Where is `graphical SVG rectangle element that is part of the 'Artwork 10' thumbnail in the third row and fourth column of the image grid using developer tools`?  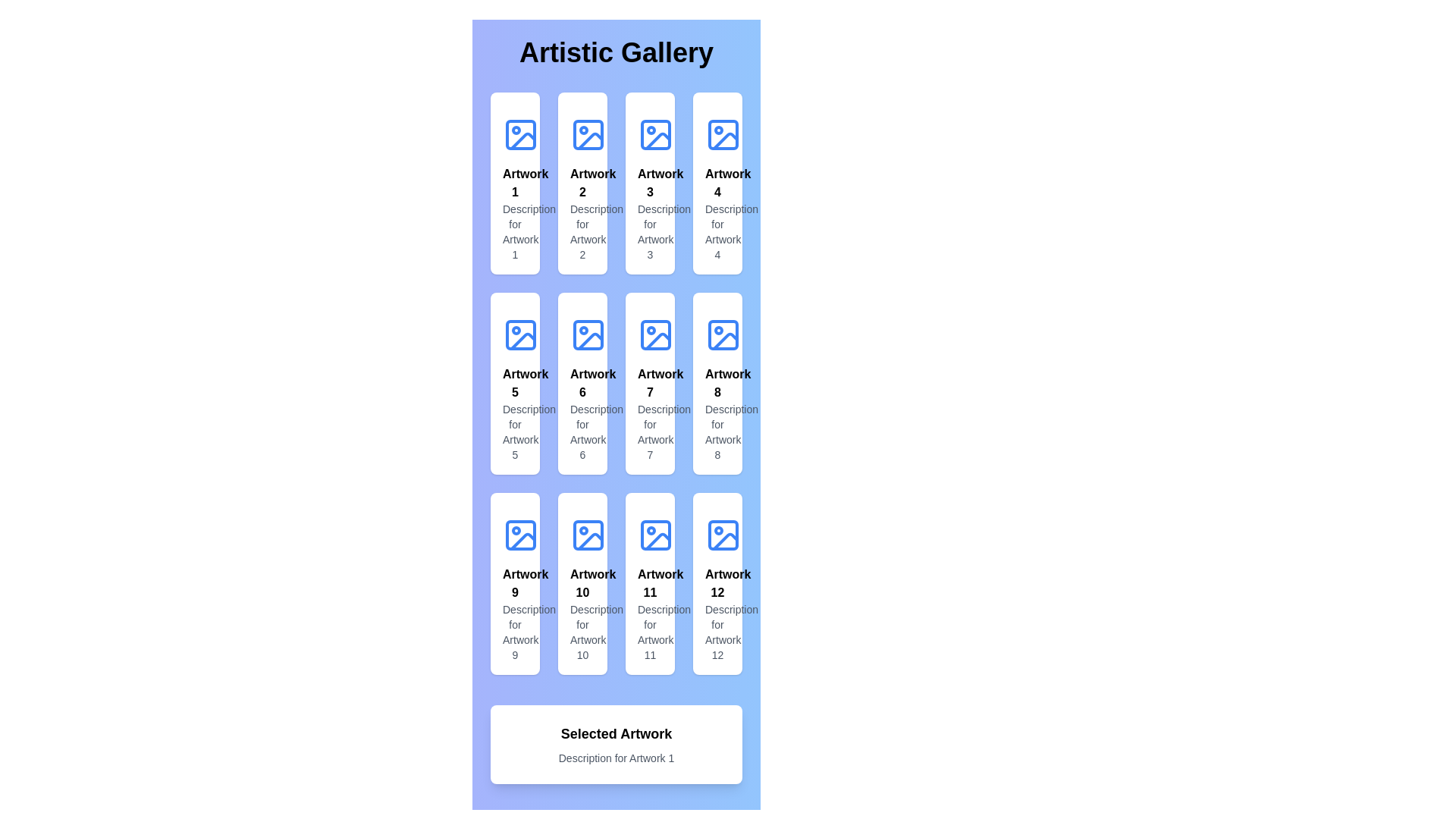 graphical SVG rectangle element that is part of the 'Artwork 10' thumbnail in the third row and fourth column of the image grid using developer tools is located at coordinates (588, 534).